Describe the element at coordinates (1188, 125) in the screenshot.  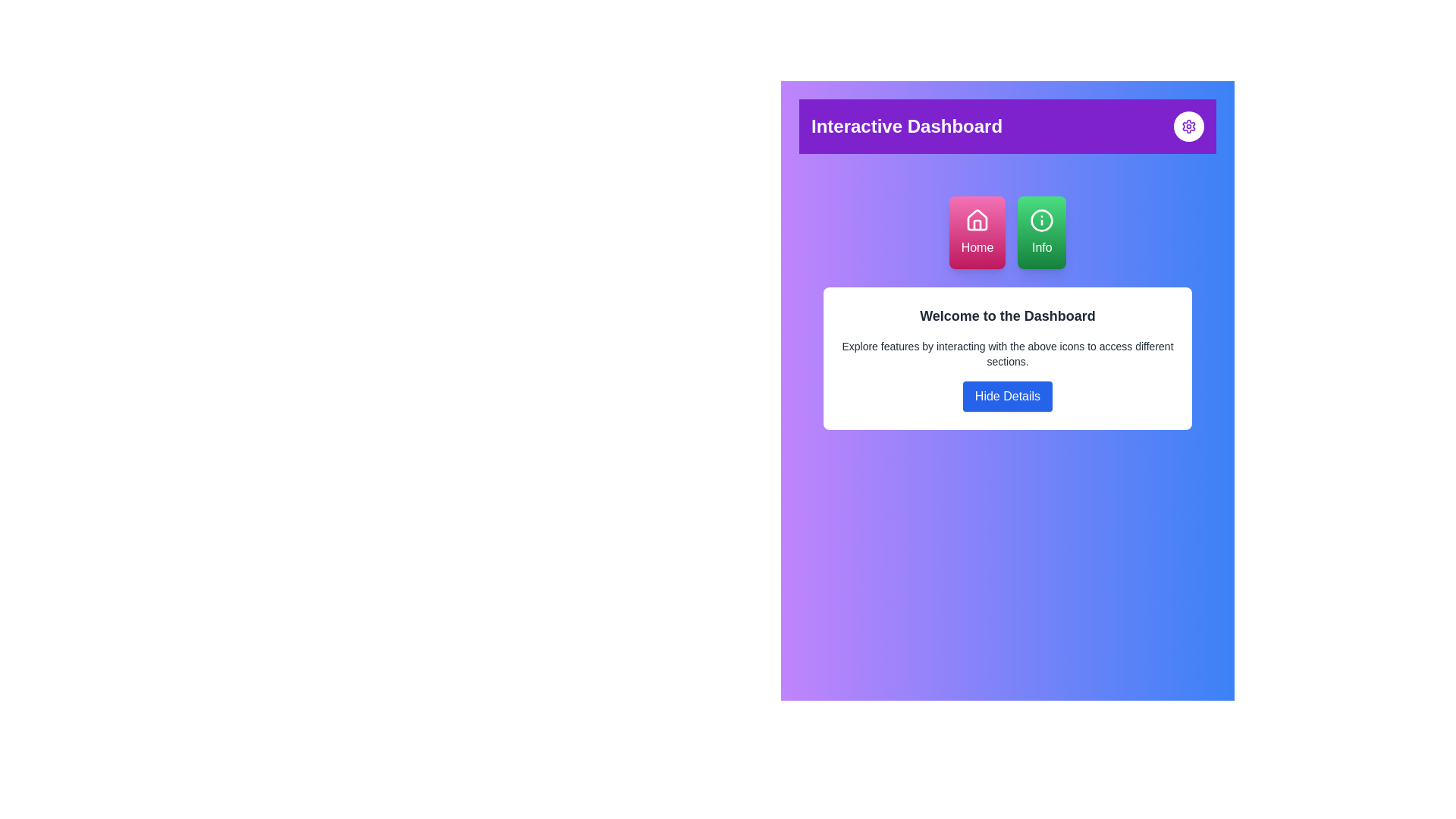
I see `the settings icon located in the top-right corner of the header section, which serves as a button` at that location.